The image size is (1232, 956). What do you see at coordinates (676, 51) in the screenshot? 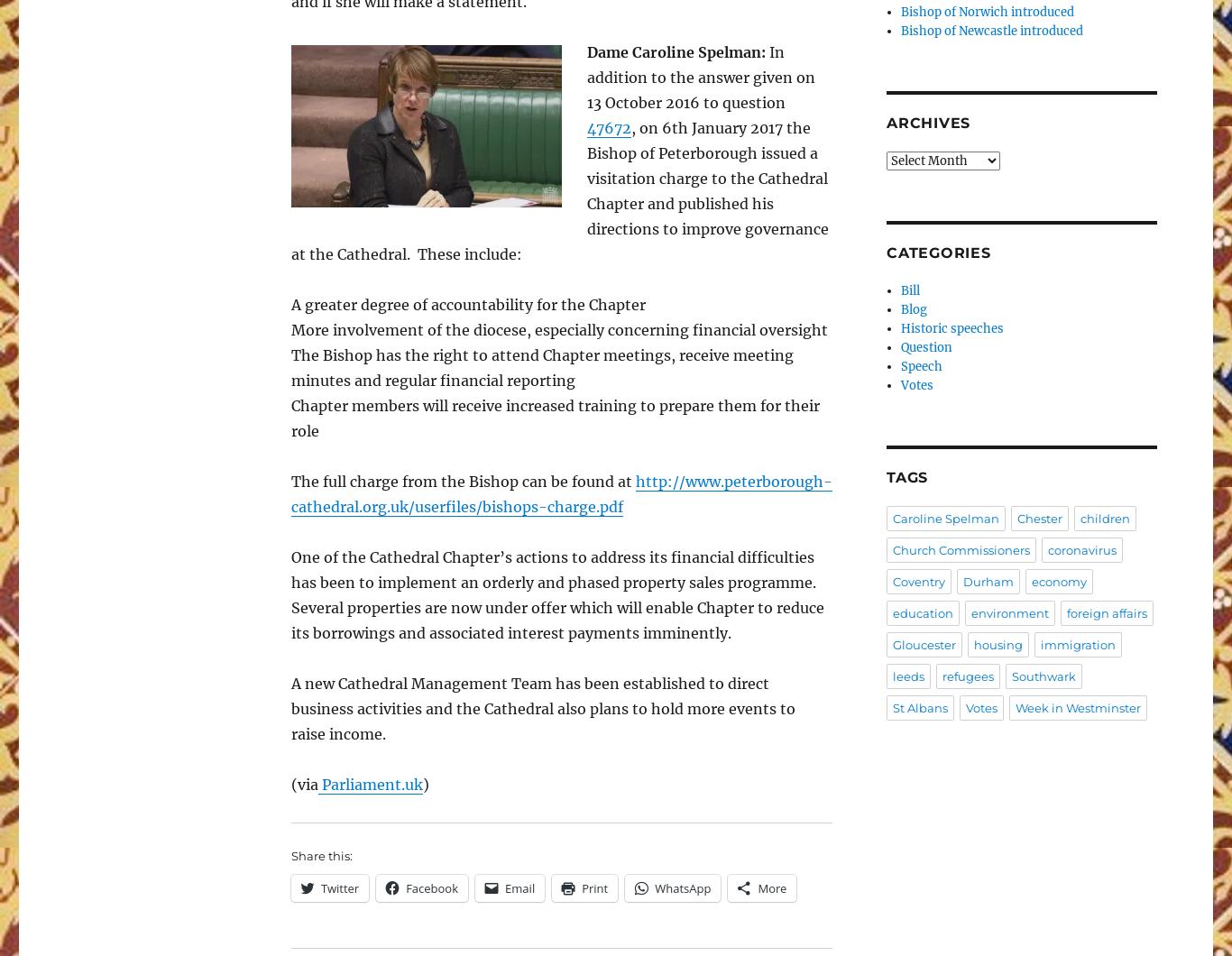
I see `'Dame Caroline Spelman:'` at bounding box center [676, 51].